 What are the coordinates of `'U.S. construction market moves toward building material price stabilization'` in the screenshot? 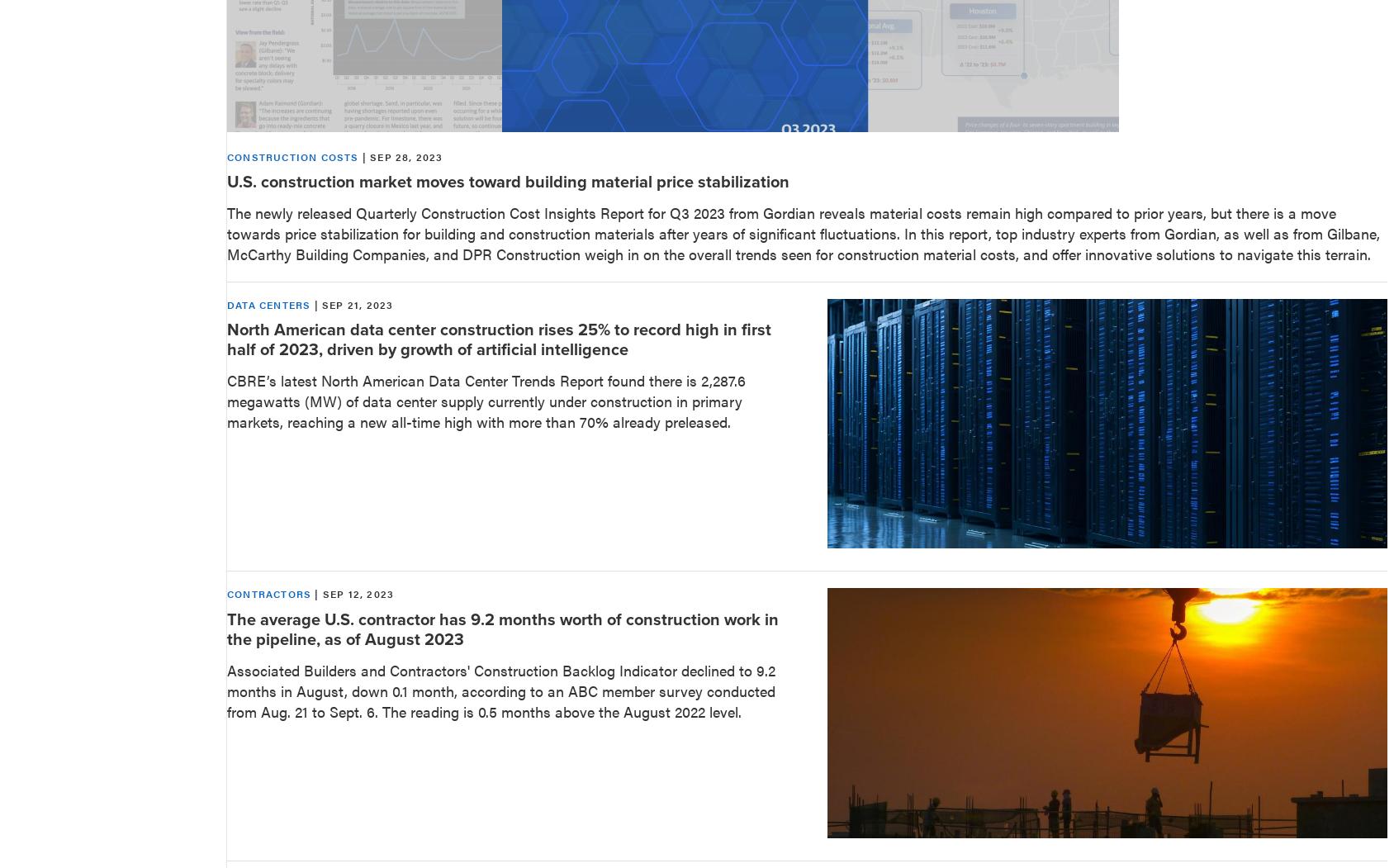 It's located at (508, 180).